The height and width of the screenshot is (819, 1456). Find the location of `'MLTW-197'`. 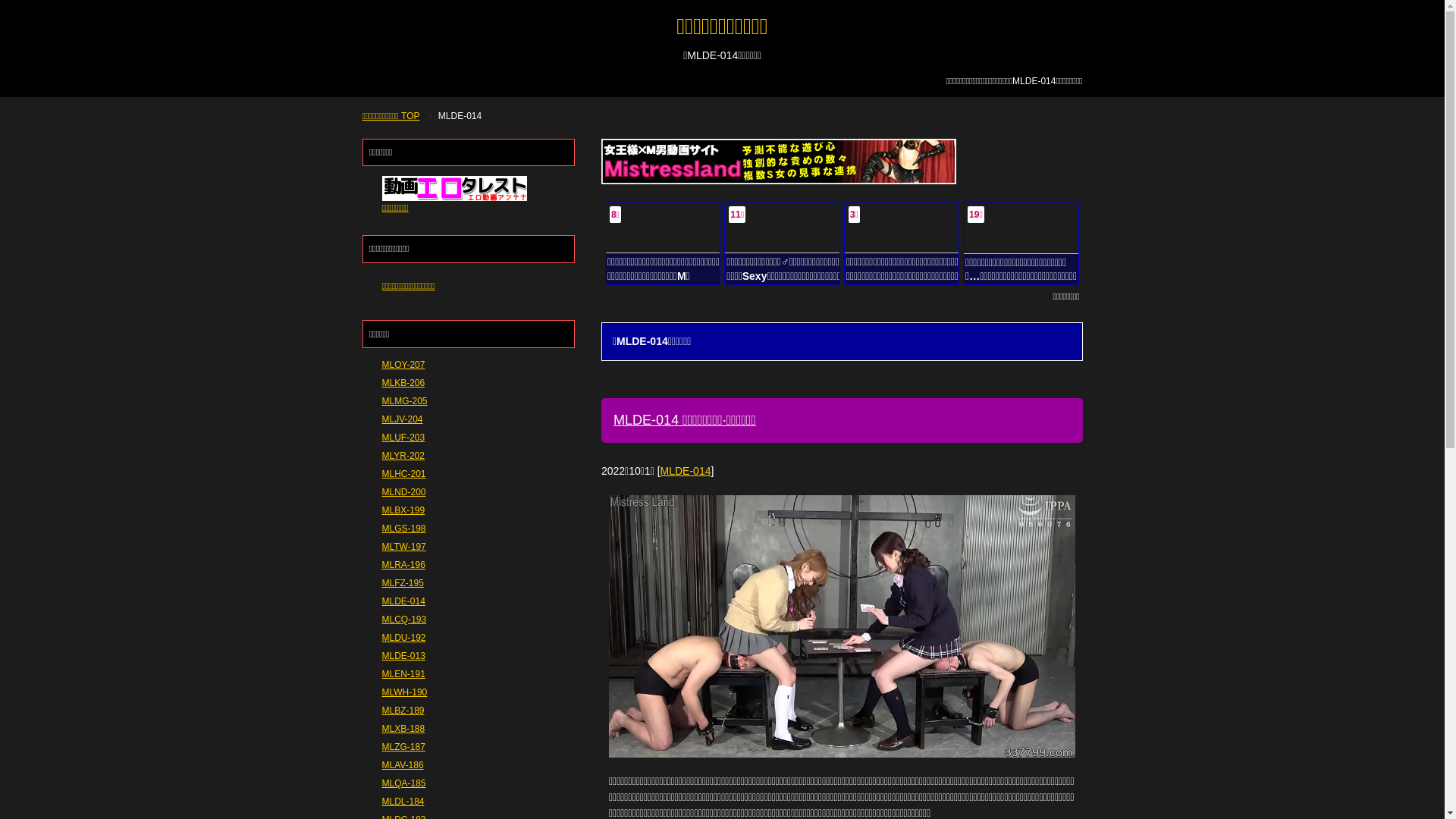

'MLTW-197' is located at coordinates (382, 547).